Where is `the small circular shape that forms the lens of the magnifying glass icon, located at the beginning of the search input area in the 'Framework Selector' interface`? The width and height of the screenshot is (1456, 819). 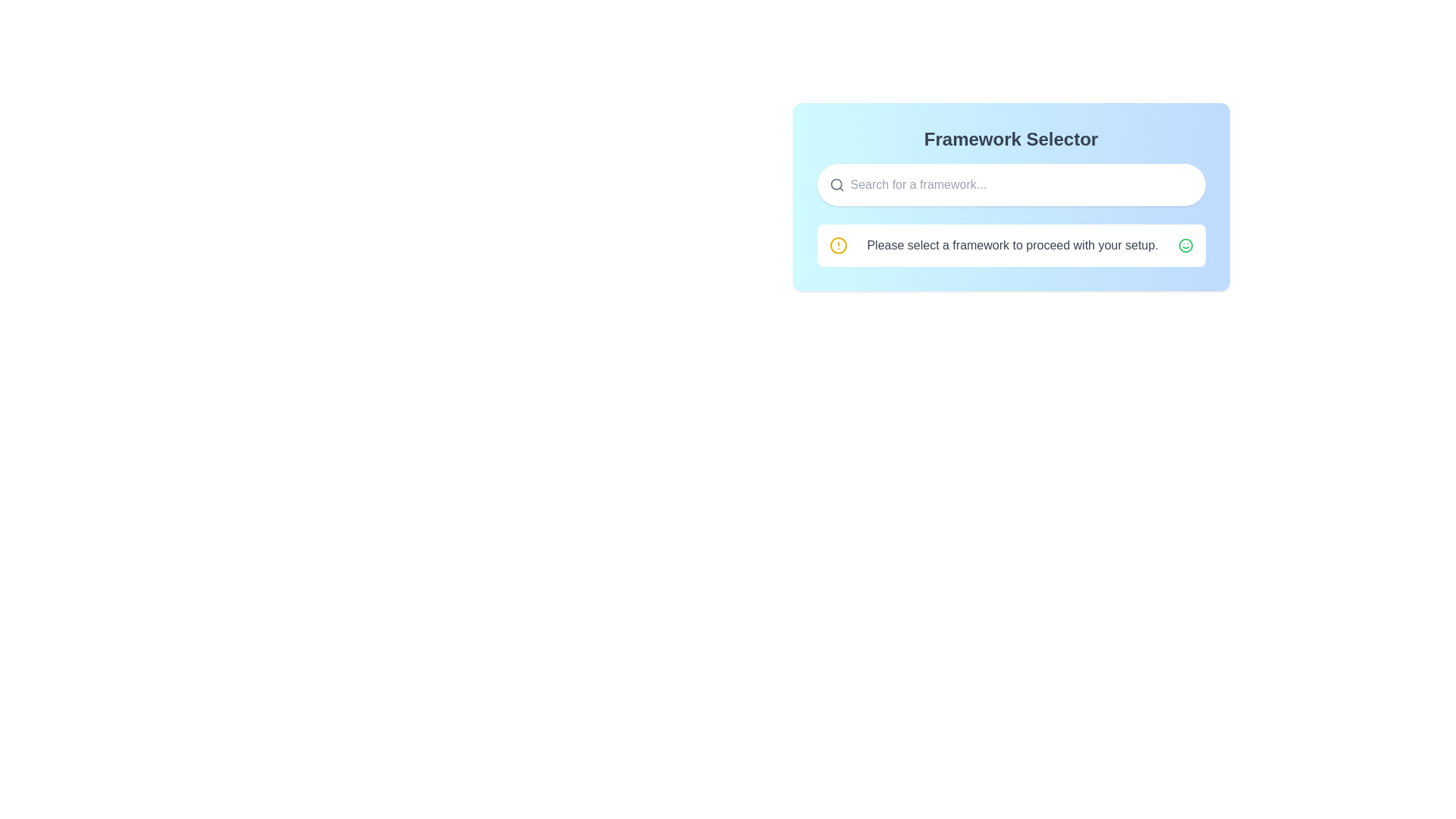 the small circular shape that forms the lens of the magnifying glass icon, located at the beginning of the search input area in the 'Framework Selector' interface is located at coordinates (835, 184).